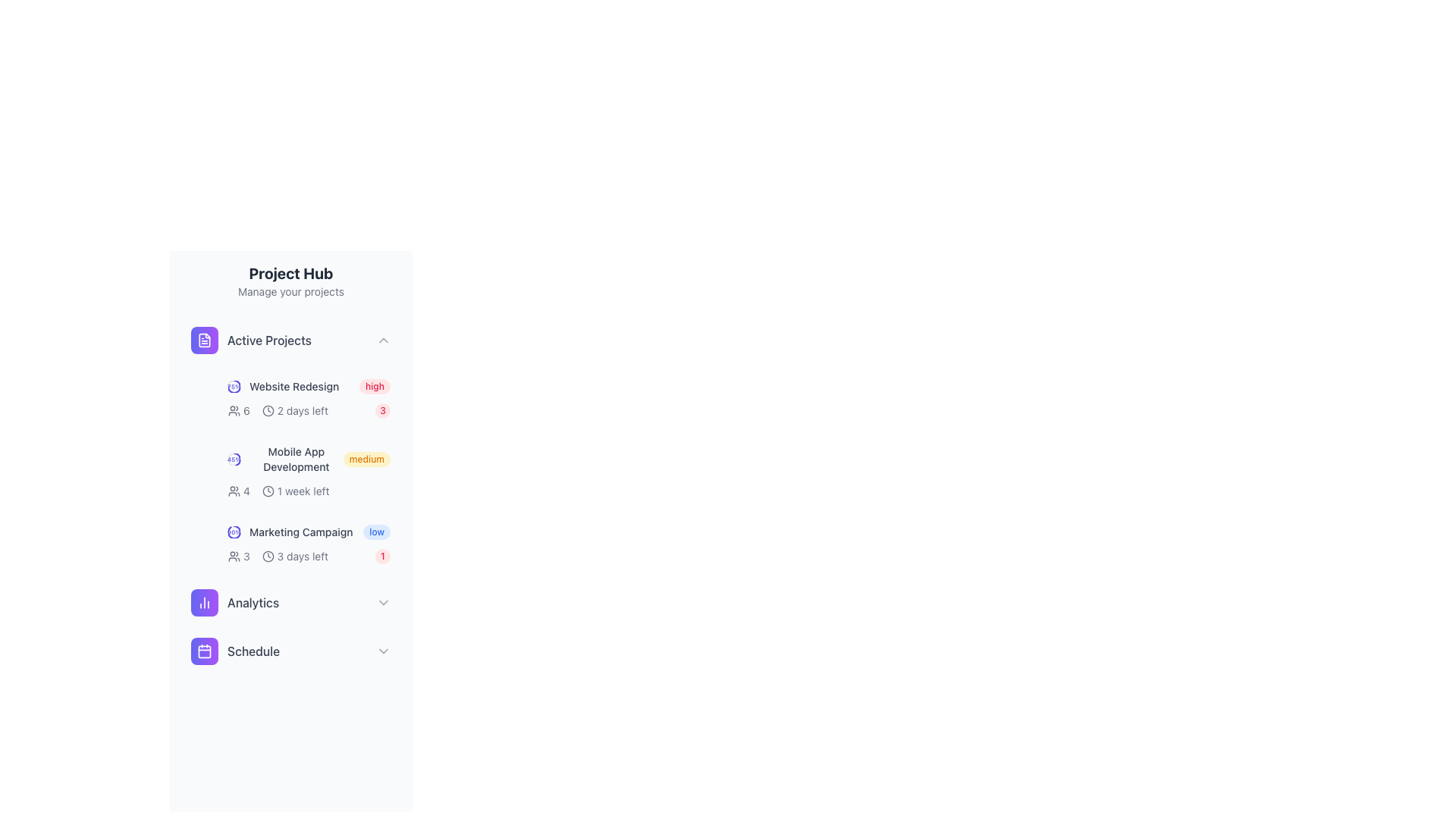 The width and height of the screenshot is (1456, 819). What do you see at coordinates (278, 556) in the screenshot?
I see `the textual label displaying '3 days left' with a clock icon, located in the third section of tasks titled 'Marketing Campaign'` at bounding box center [278, 556].